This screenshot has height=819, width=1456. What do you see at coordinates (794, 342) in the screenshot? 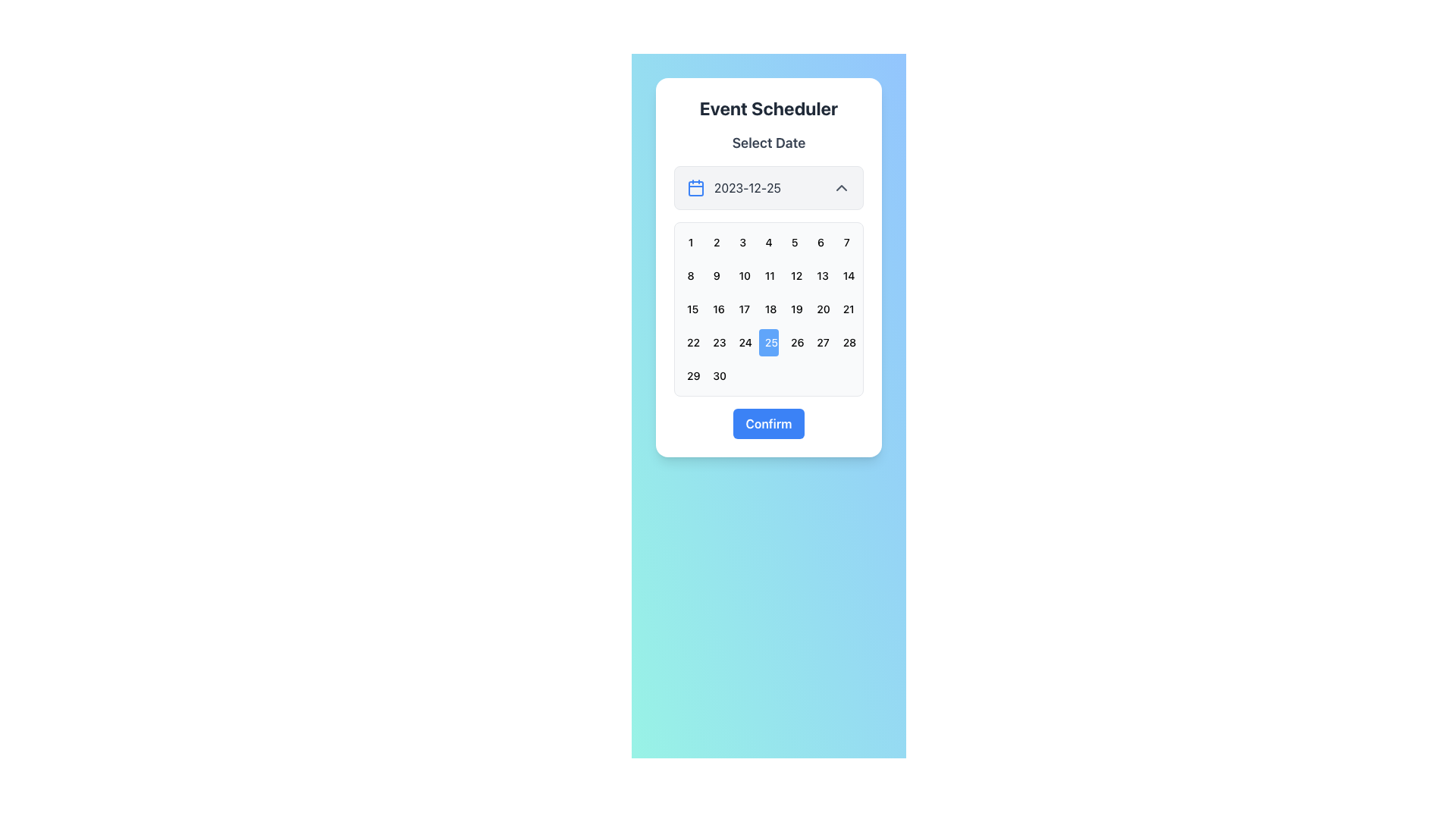
I see `the rounded square button displaying the number '26'` at bounding box center [794, 342].